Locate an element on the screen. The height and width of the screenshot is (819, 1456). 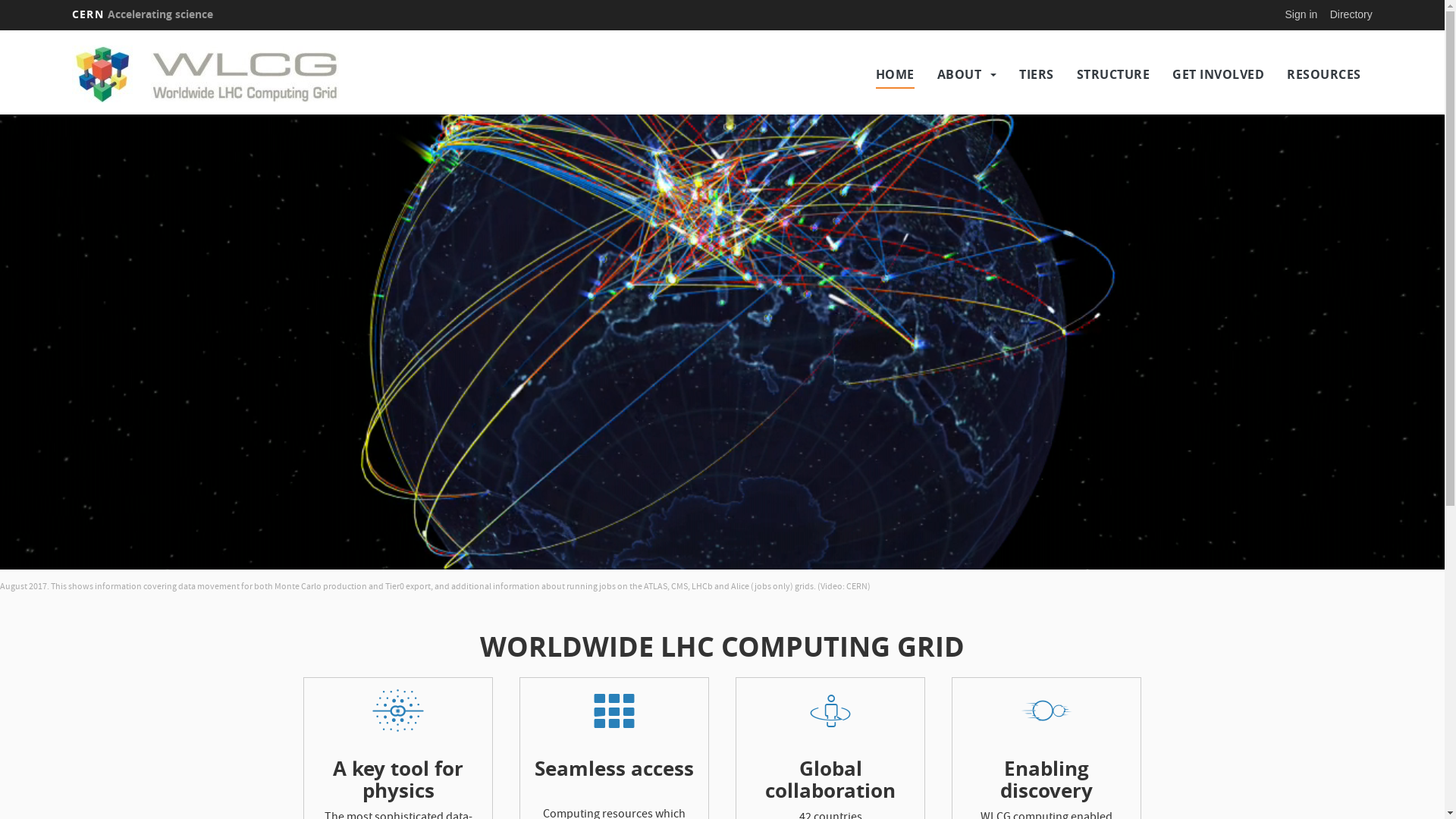
'ABOUT' is located at coordinates (959, 74).